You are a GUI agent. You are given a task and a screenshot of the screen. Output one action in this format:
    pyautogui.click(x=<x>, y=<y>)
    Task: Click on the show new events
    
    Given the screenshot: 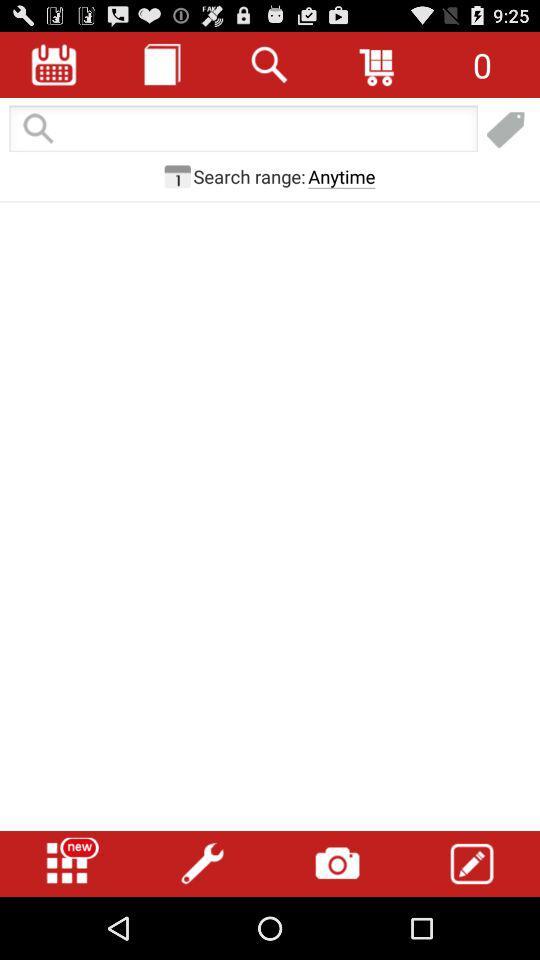 What is the action you would take?
    pyautogui.click(x=67, y=863)
    